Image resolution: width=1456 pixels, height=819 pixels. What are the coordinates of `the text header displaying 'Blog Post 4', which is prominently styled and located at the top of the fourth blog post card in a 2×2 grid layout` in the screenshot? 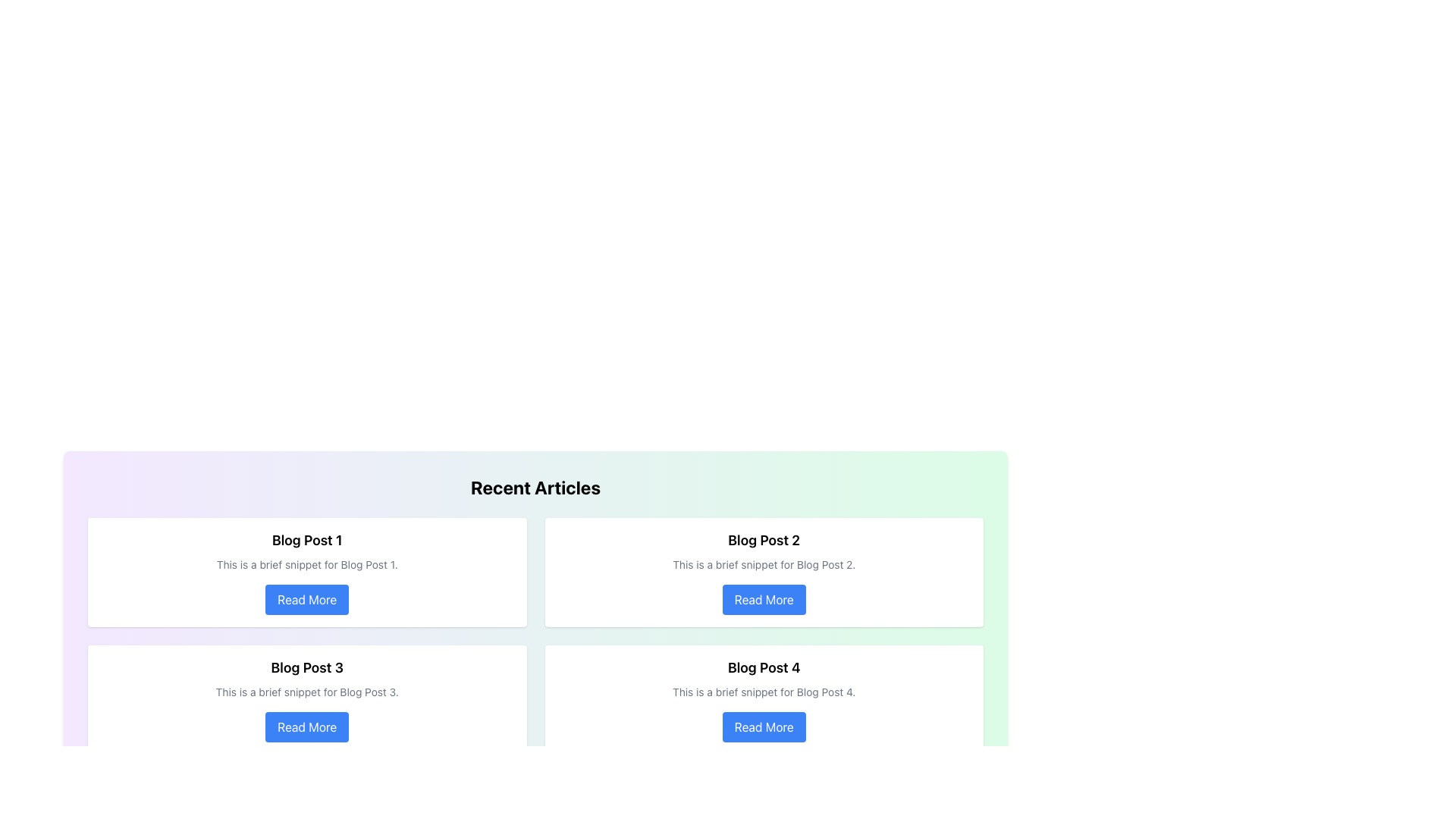 It's located at (764, 667).